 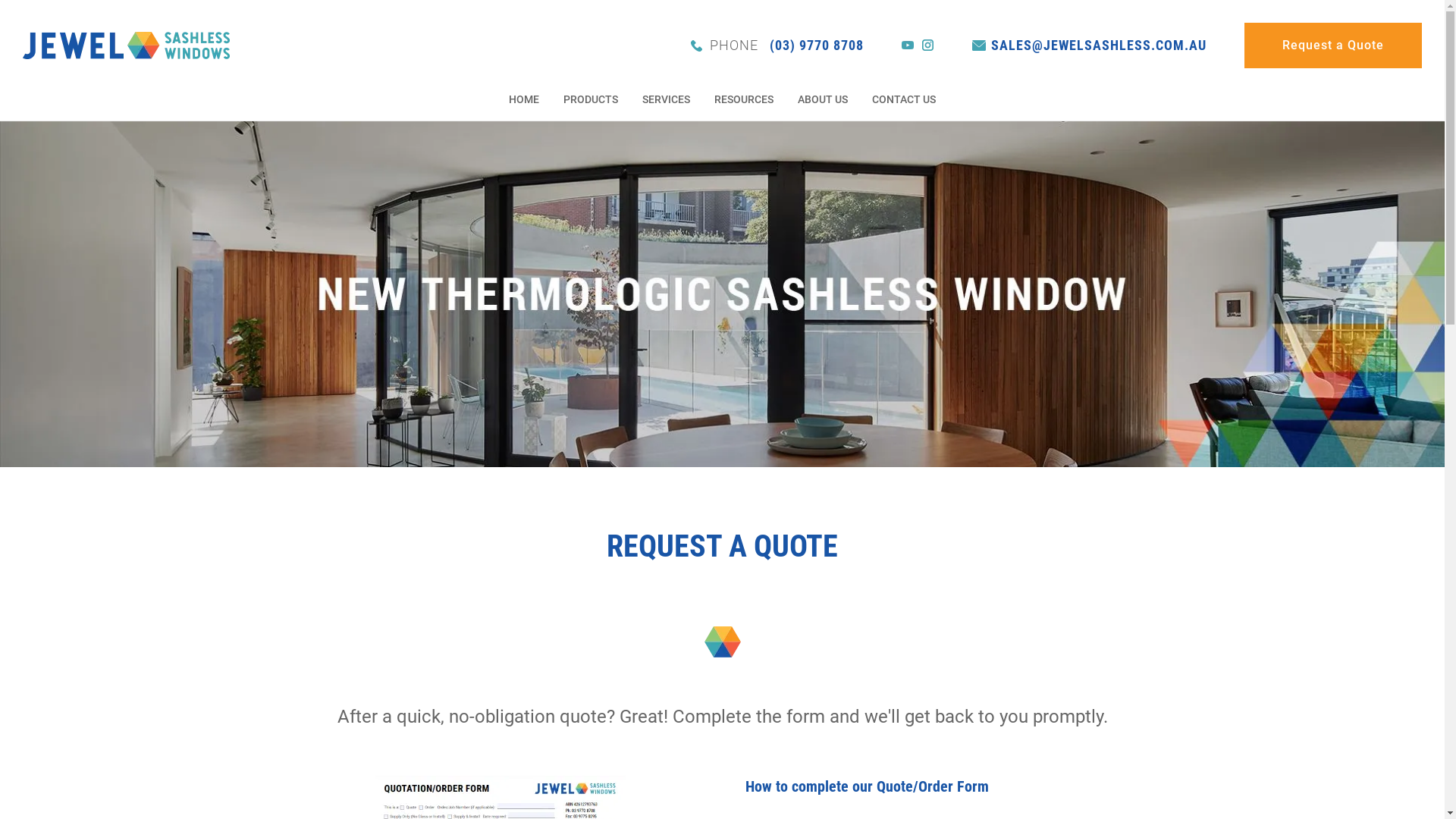 What do you see at coordinates (1244, 45) in the screenshot?
I see `'Request a Quote'` at bounding box center [1244, 45].